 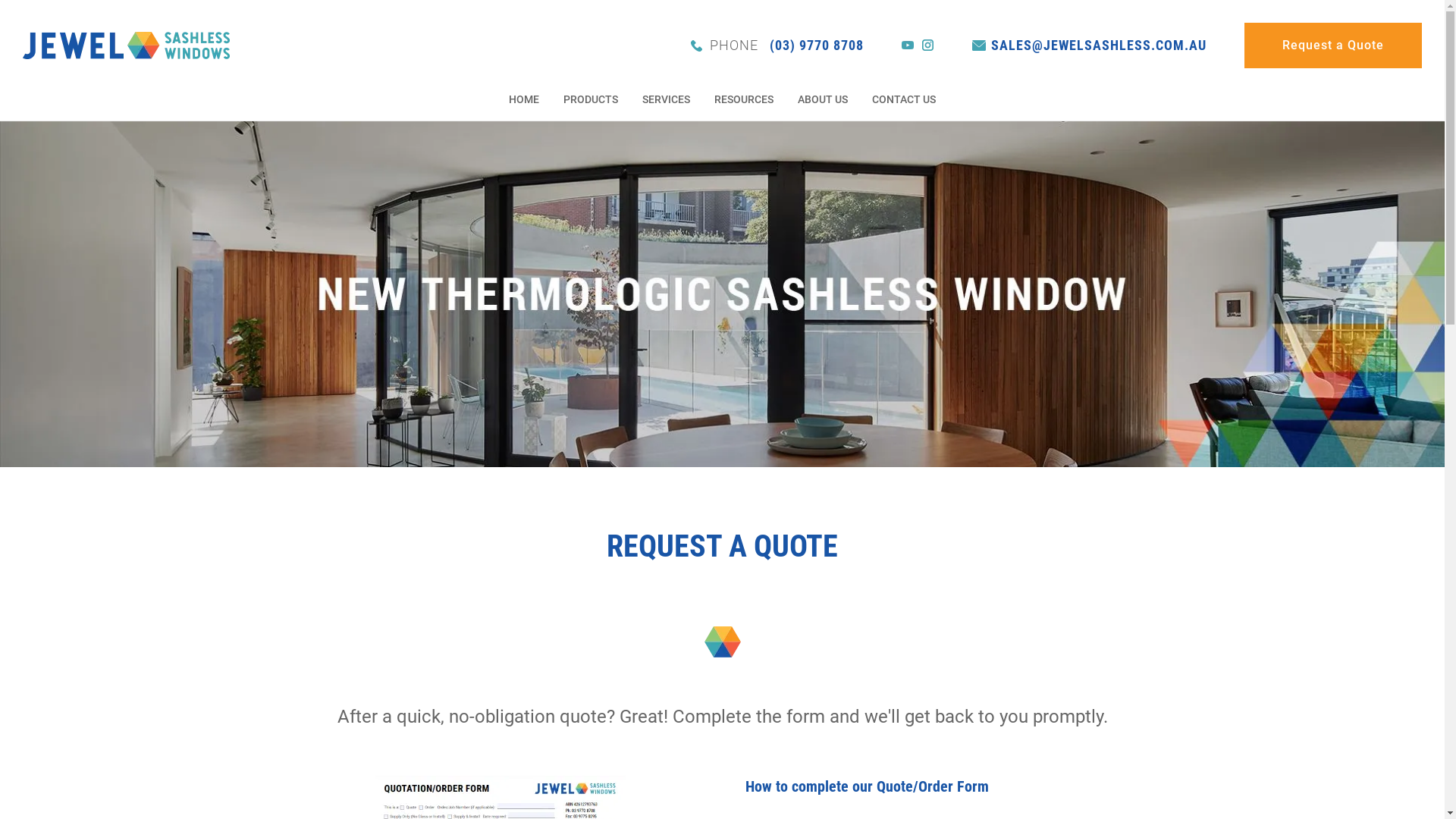 What do you see at coordinates (1244, 45) in the screenshot?
I see `'Request a Quote'` at bounding box center [1244, 45].